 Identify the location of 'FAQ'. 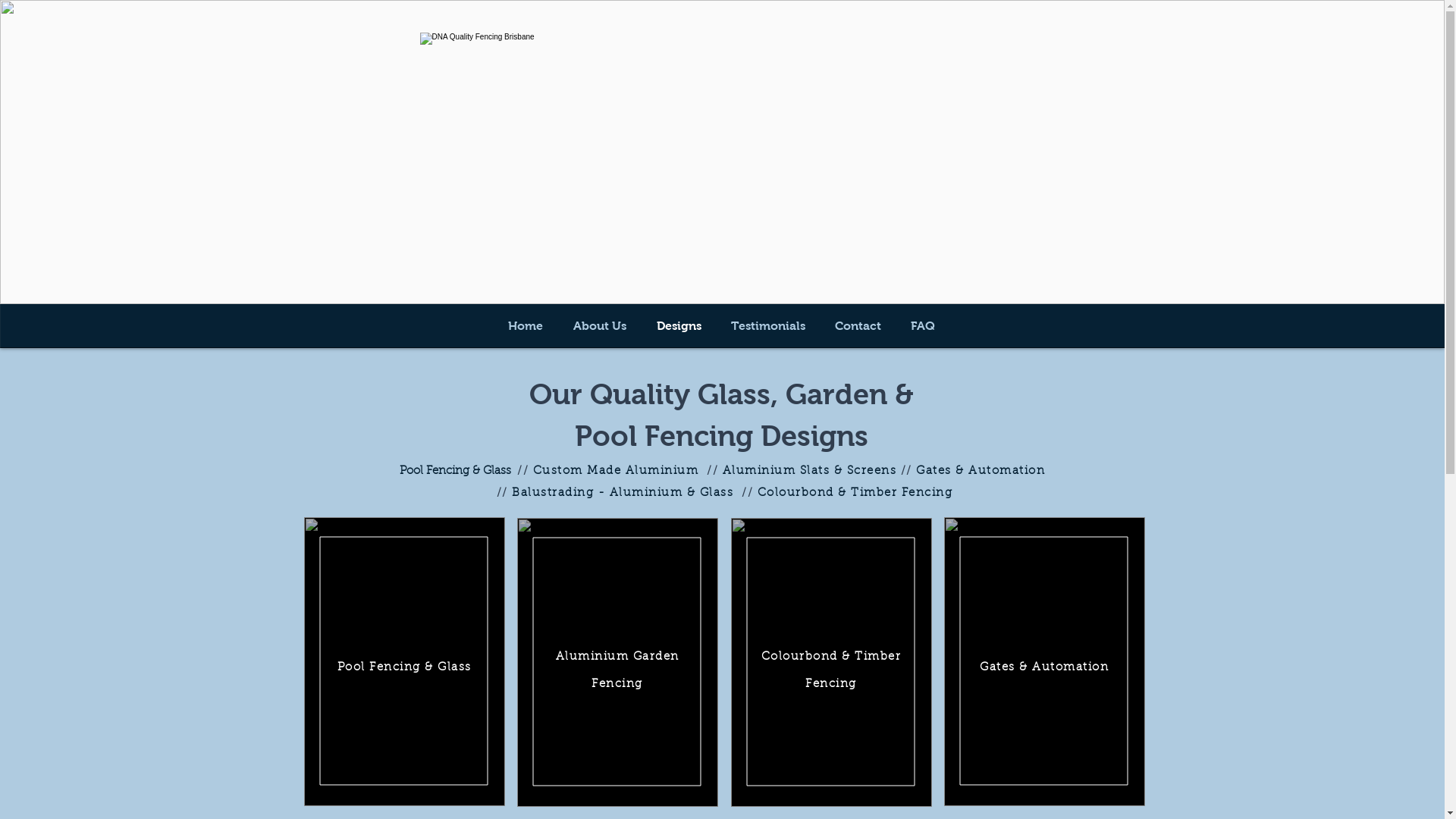
(922, 325).